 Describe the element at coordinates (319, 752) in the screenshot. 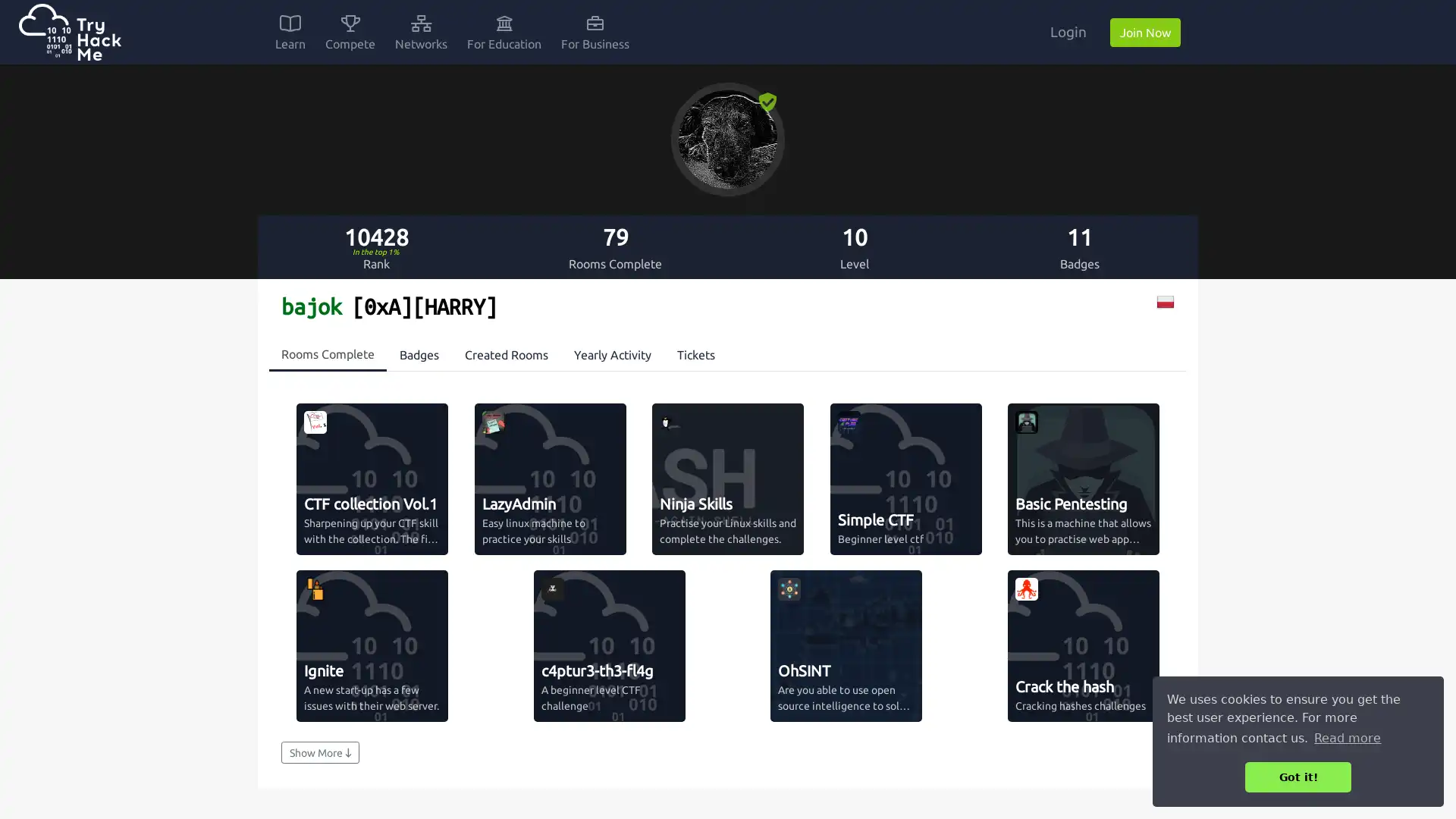

I see `Show More` at that location.